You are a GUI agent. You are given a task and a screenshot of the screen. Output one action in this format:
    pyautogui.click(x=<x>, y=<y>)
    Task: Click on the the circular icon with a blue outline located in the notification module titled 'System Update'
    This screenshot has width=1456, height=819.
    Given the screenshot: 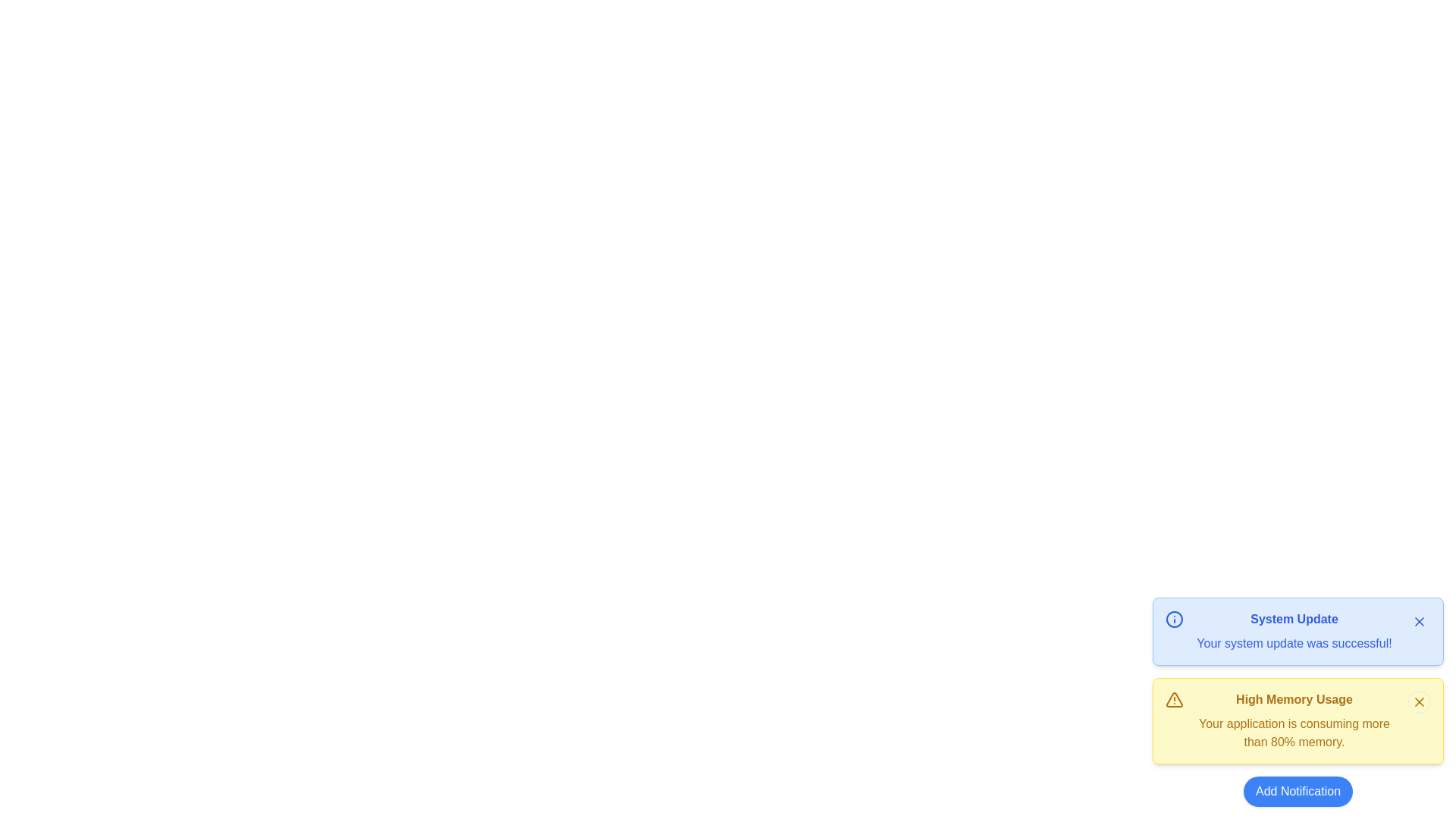 What is the action you would take?
    pyautogui.click(x=1174, y=620)
    